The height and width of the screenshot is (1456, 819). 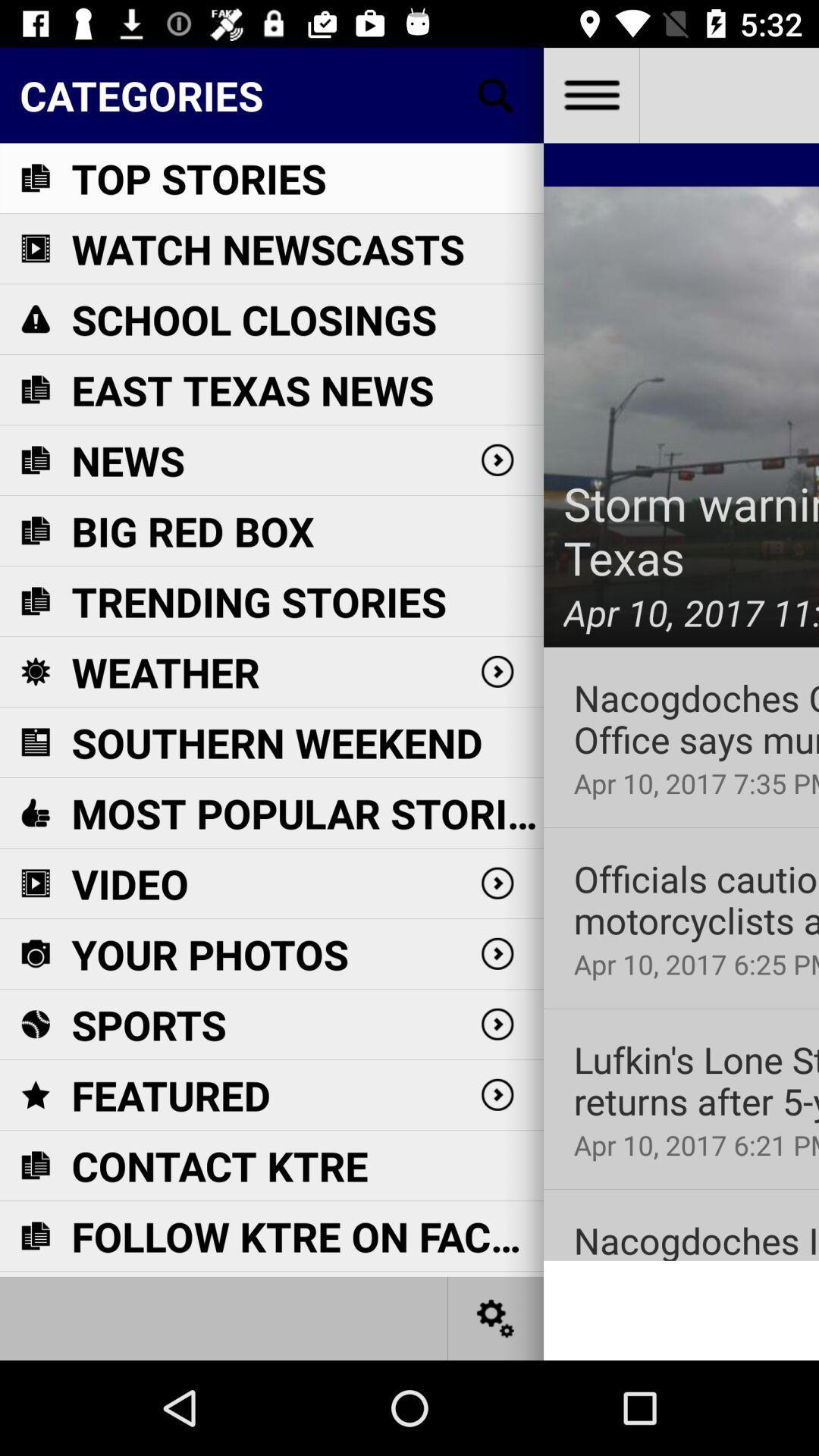 I want to click on the menu icon, so click(x=590, y=94).